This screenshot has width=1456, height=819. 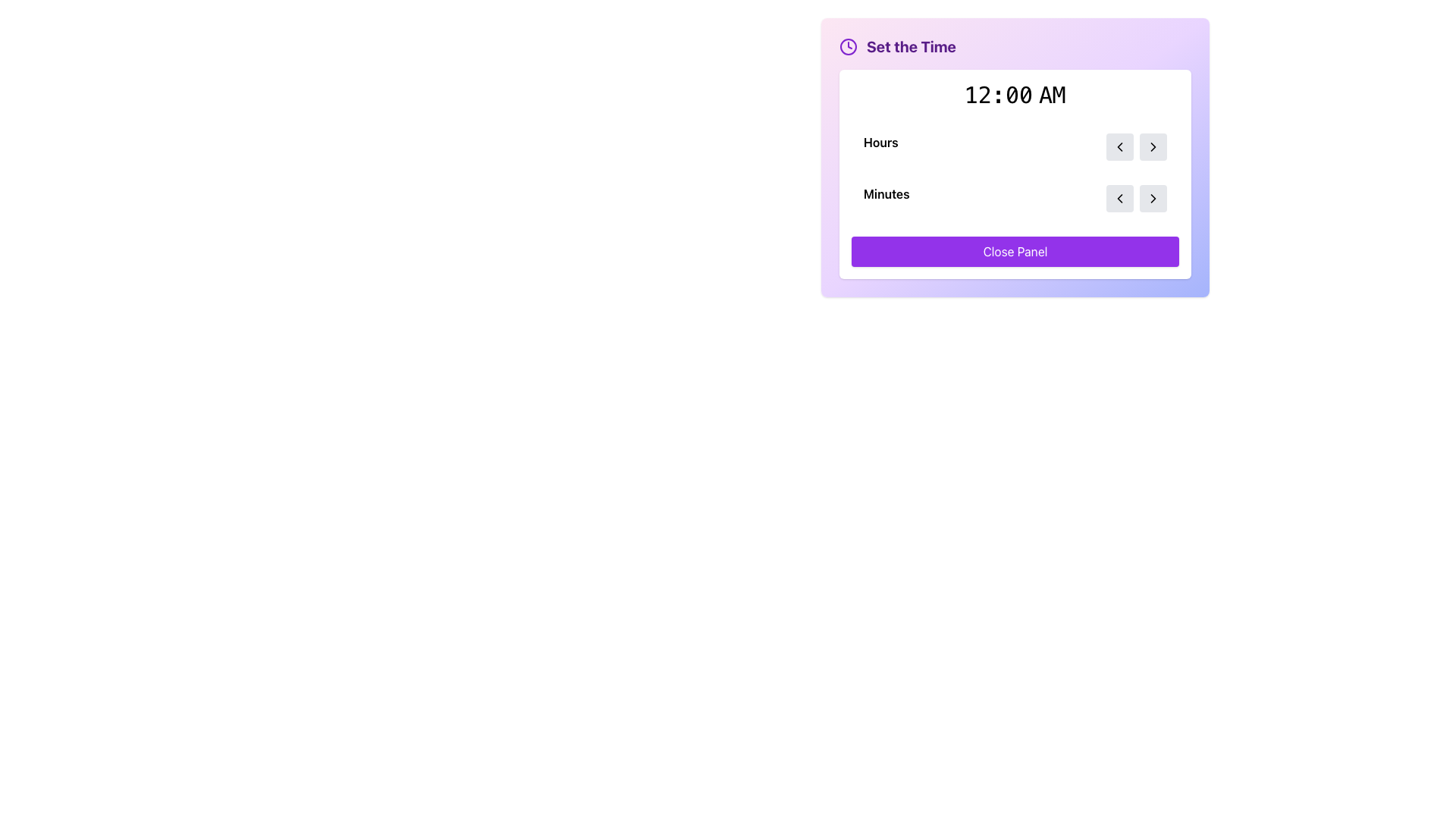 What do you see at coordinates (1120, 146) in the screenshot?
I see `the SVG arrow icon component located in the 'Minutes' control section to decrement the minute value in the time-setting interface` at bounding box center [1120, 146].